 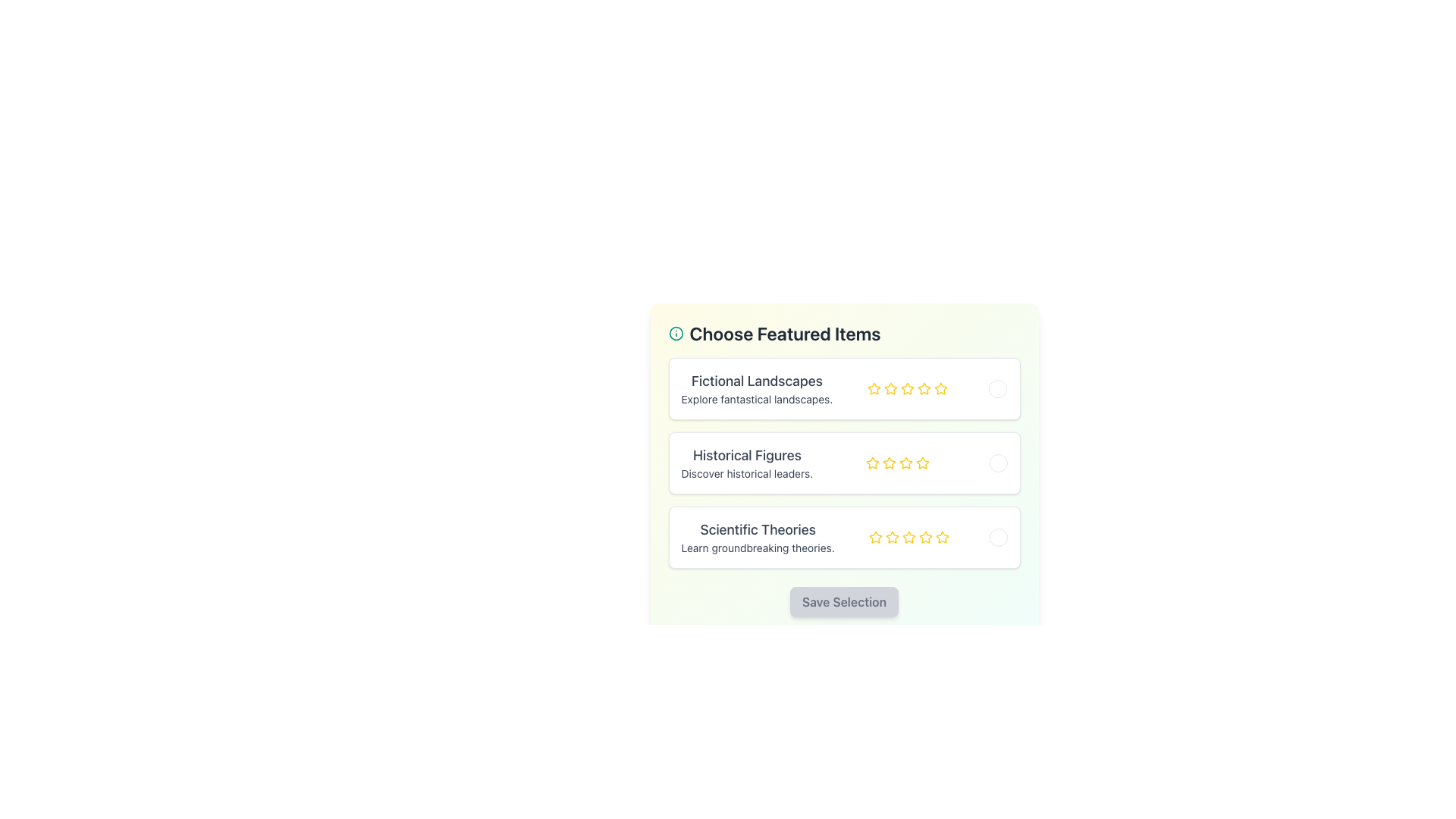 What do you see at coordinates (908, 388) in the screenshot?
I see `the fifth star icon in the rating system for the 'Fictional Landscapes' option` at bounding box center [908, 388].